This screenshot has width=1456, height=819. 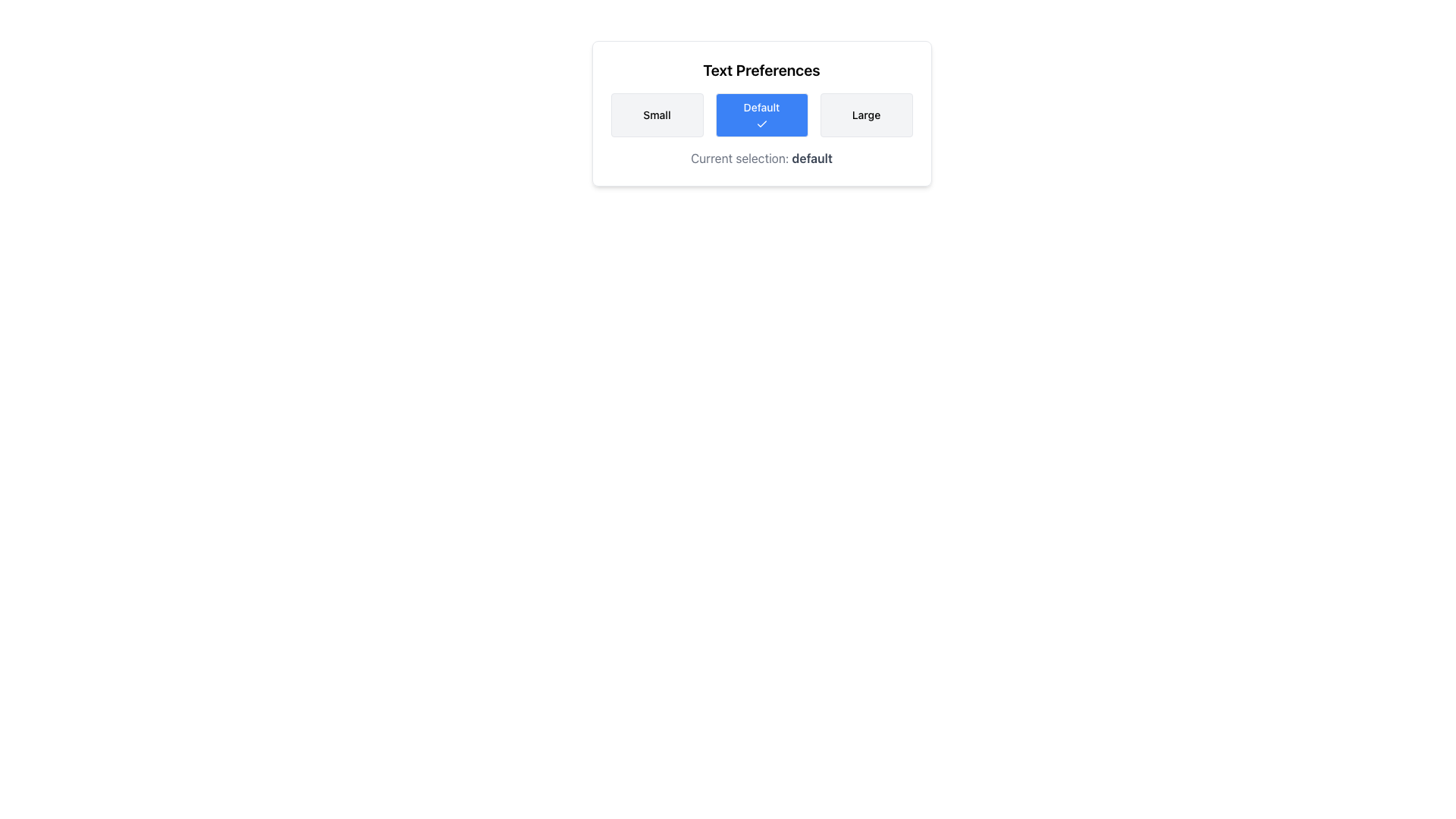 I want to click on the Text Display Component that shows 'Current selection: default', located at the bottom of the 'Text Preferences' panel, so click(x=761, y=158).